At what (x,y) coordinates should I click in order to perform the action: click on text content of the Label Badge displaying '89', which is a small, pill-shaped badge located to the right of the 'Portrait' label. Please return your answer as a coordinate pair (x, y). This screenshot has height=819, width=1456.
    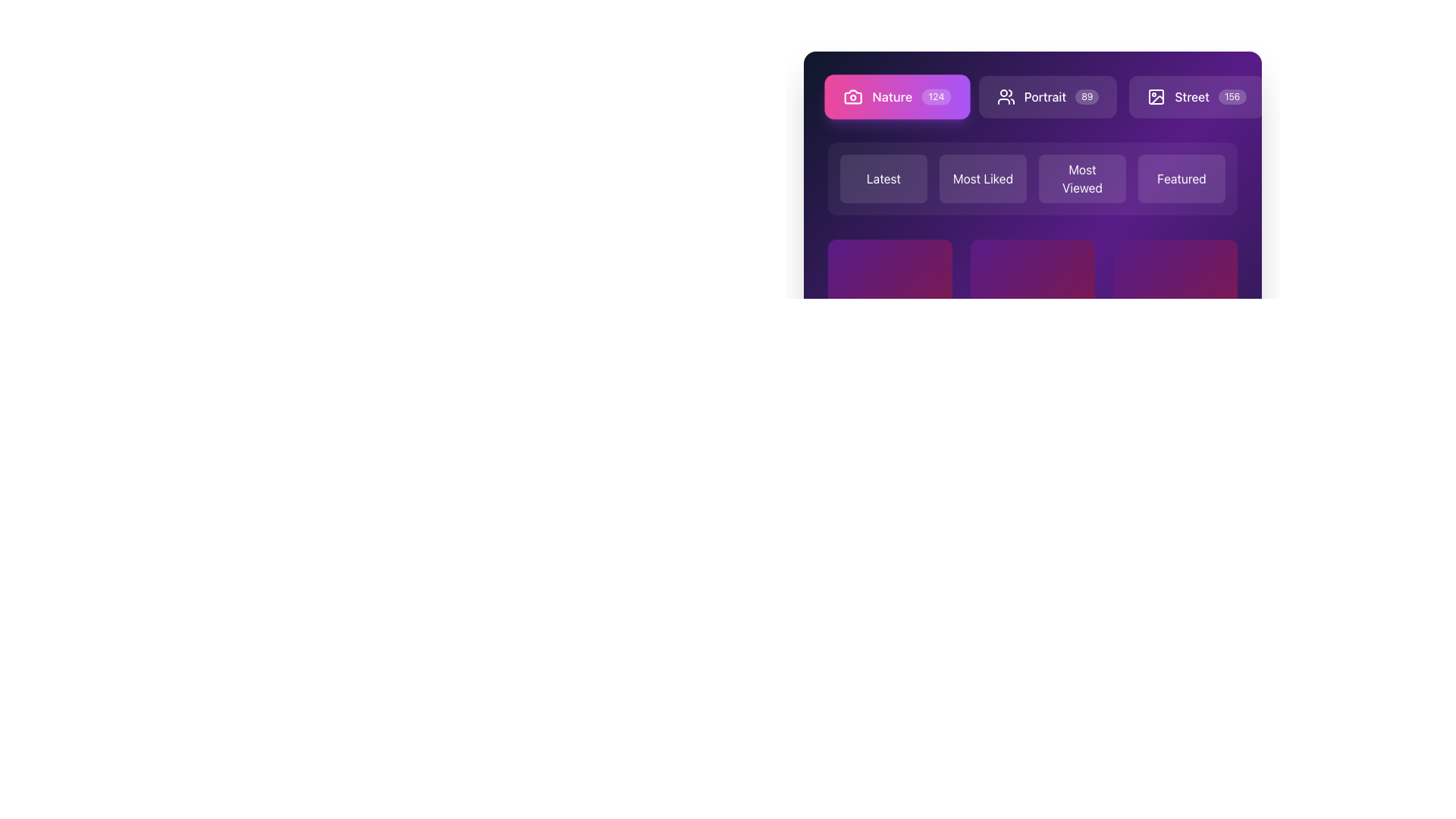
    Looking at the image, I should click on (1086, 96).